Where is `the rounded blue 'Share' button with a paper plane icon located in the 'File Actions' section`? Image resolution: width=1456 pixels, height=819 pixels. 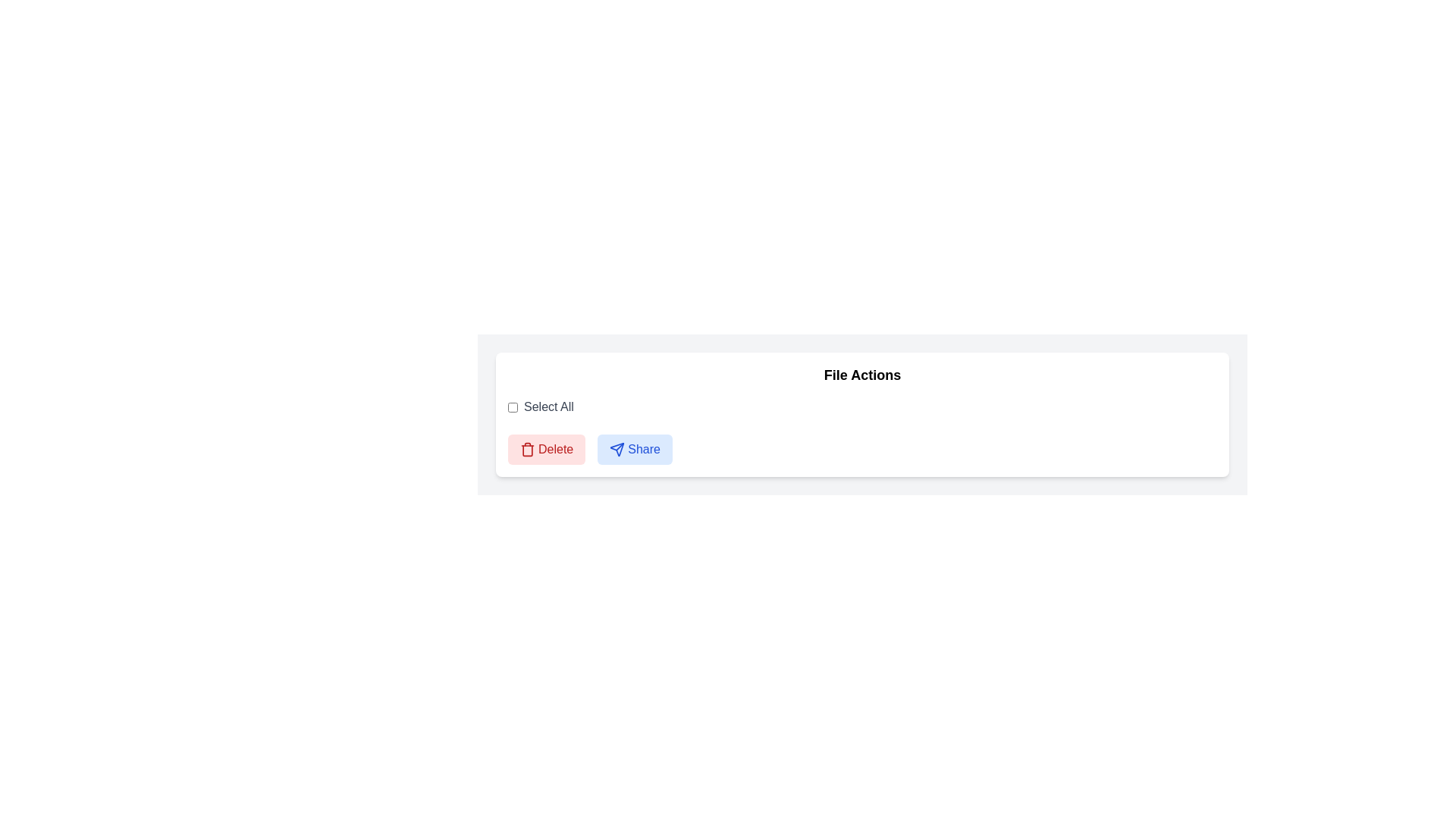 the rounded blue 'Share' button with a paper plane icon located in the 'File Actions' section is located at coordinates (635, 449).